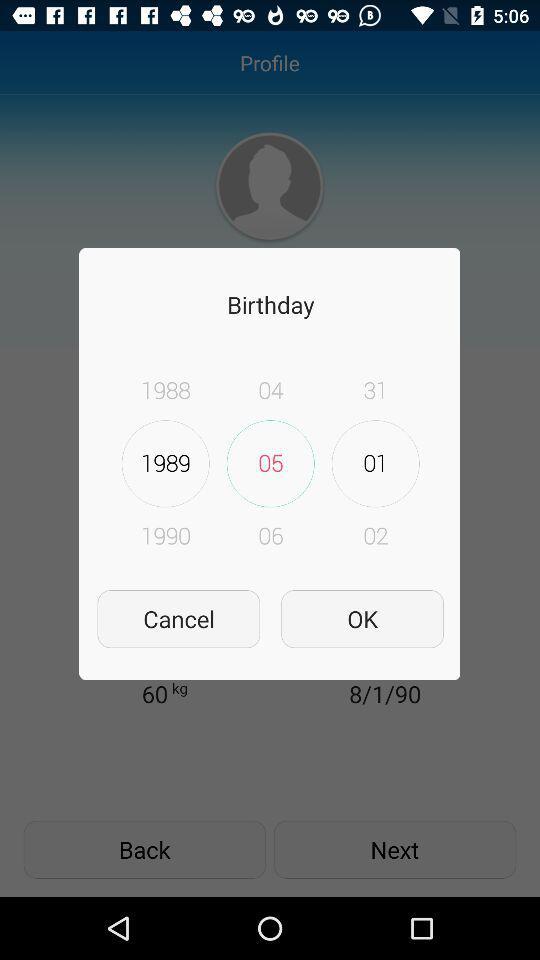  Describe the element at coordinates (178, 618) in the screenshot. I see `cancel item` at that location.